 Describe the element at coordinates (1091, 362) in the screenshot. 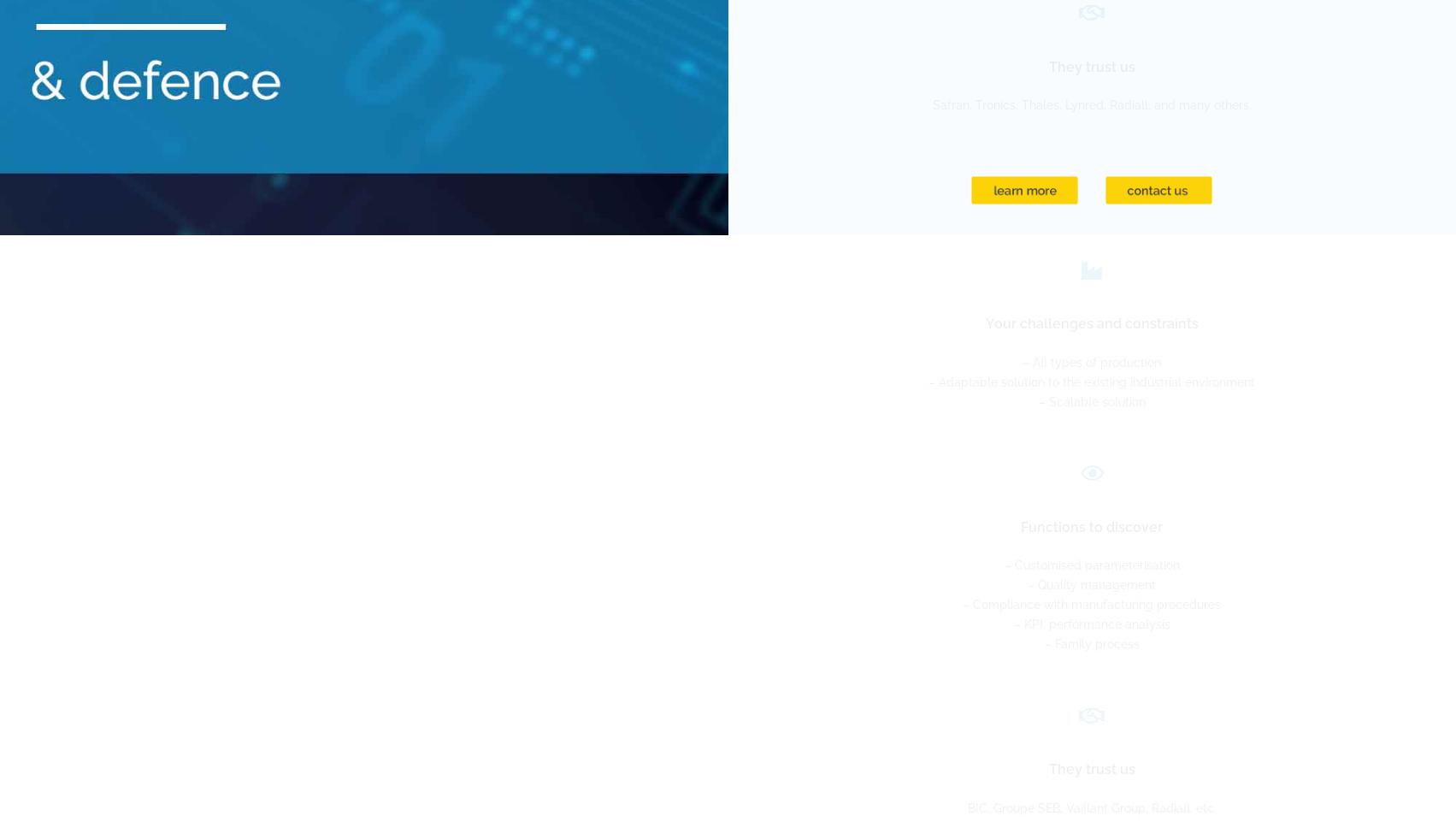

I see `'– All types of production'` at that location.